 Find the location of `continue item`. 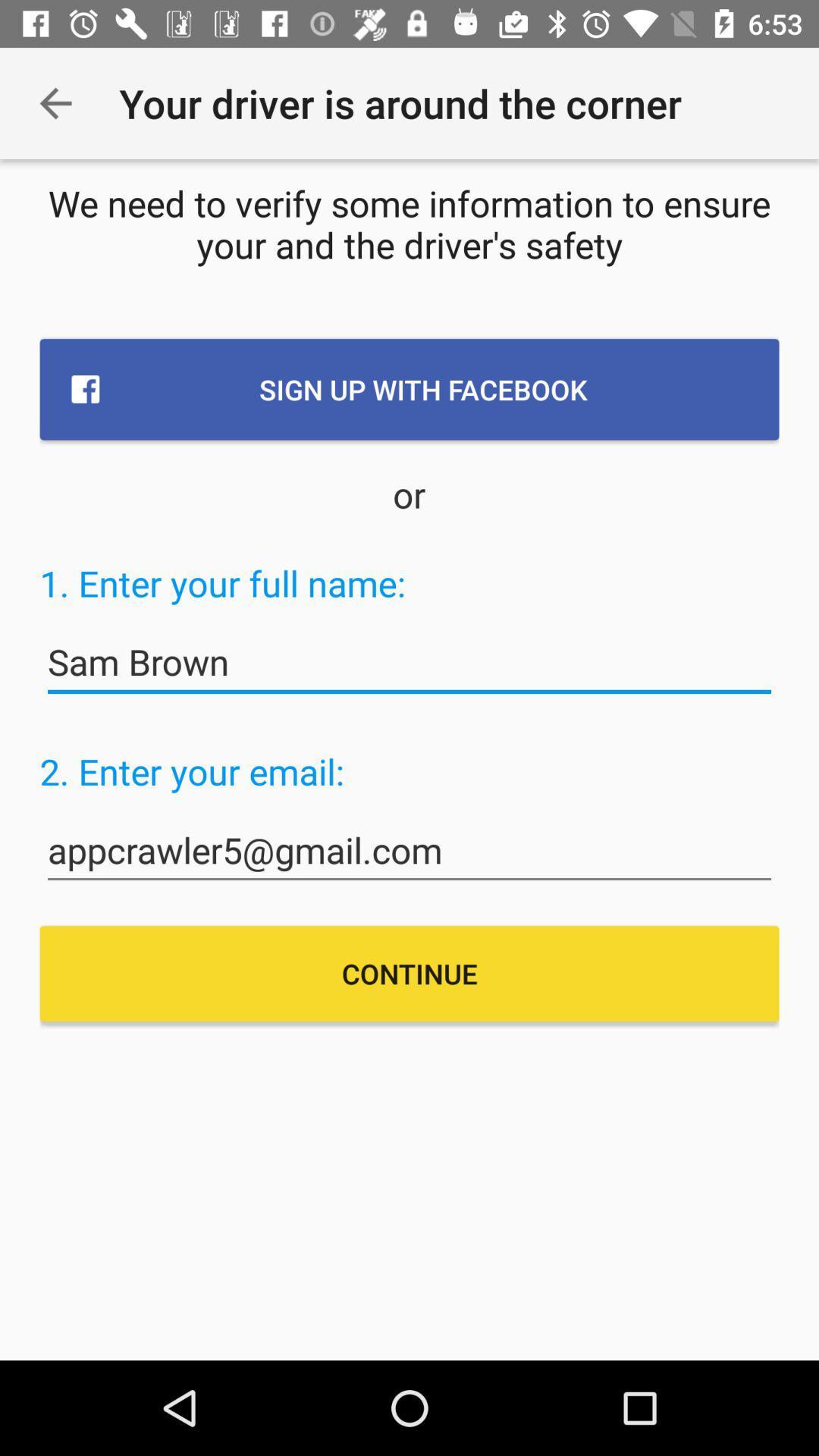

continue item is located at coordinates (409, 974).